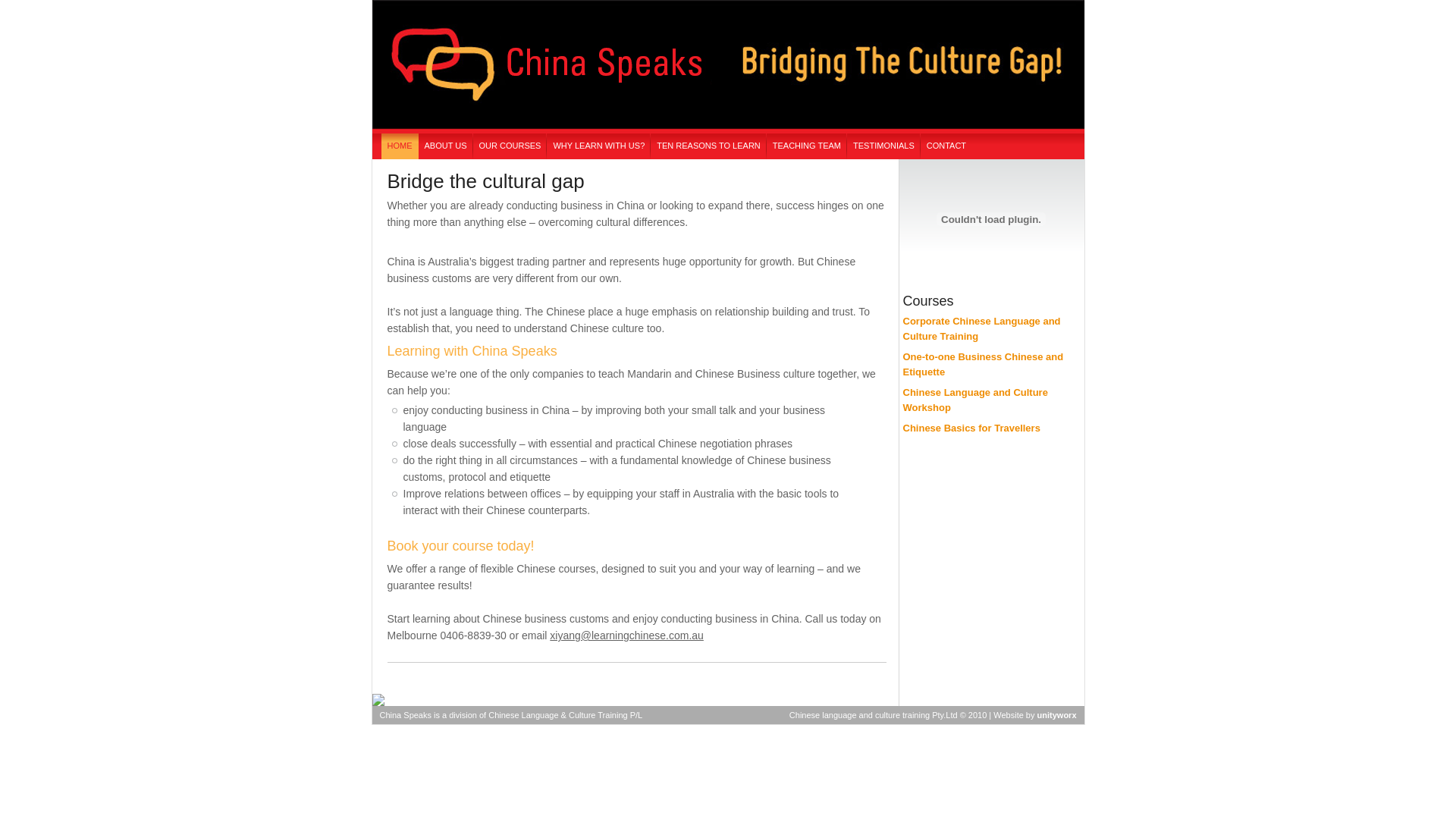 The height and width of the screenshot is (819, 1456). I want to click on 'HOME', so click(399, 146).